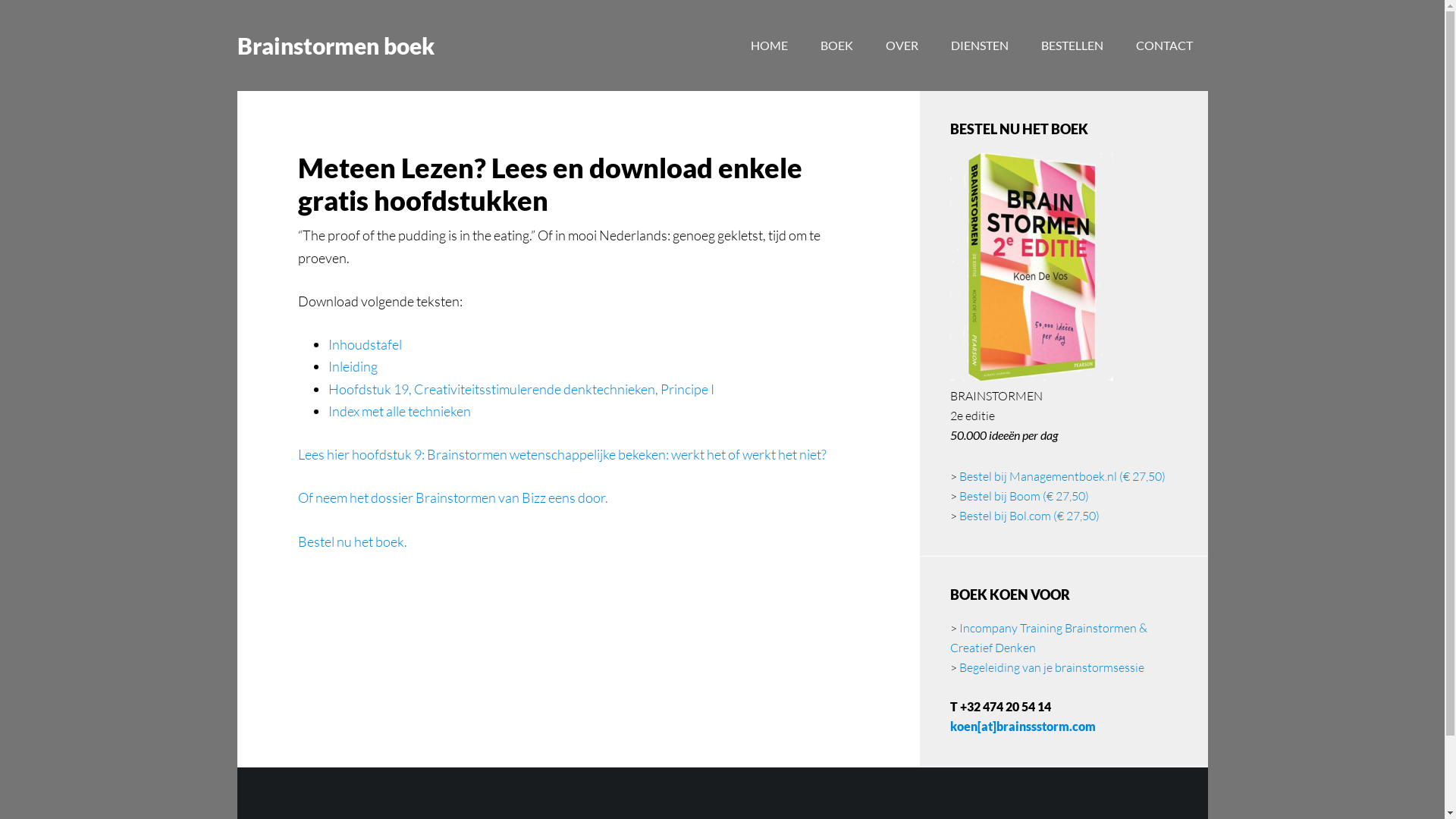 The image size is (1456, 819). Describe the element at coordinates (364, 344) in the screenshot. I see `'Inhoudstafel'` at that location.